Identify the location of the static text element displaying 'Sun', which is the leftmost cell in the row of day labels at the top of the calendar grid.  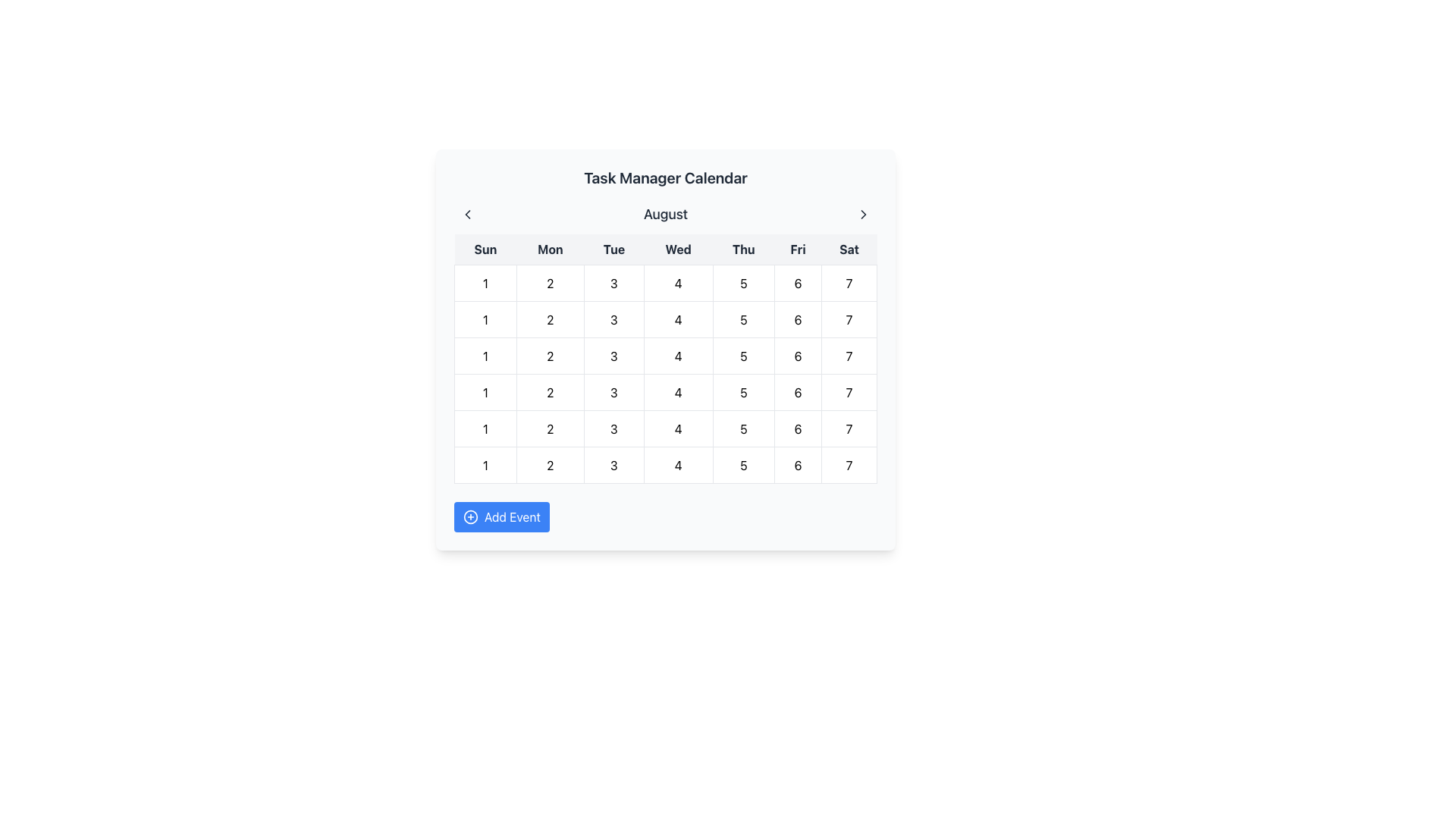
(485, 249).